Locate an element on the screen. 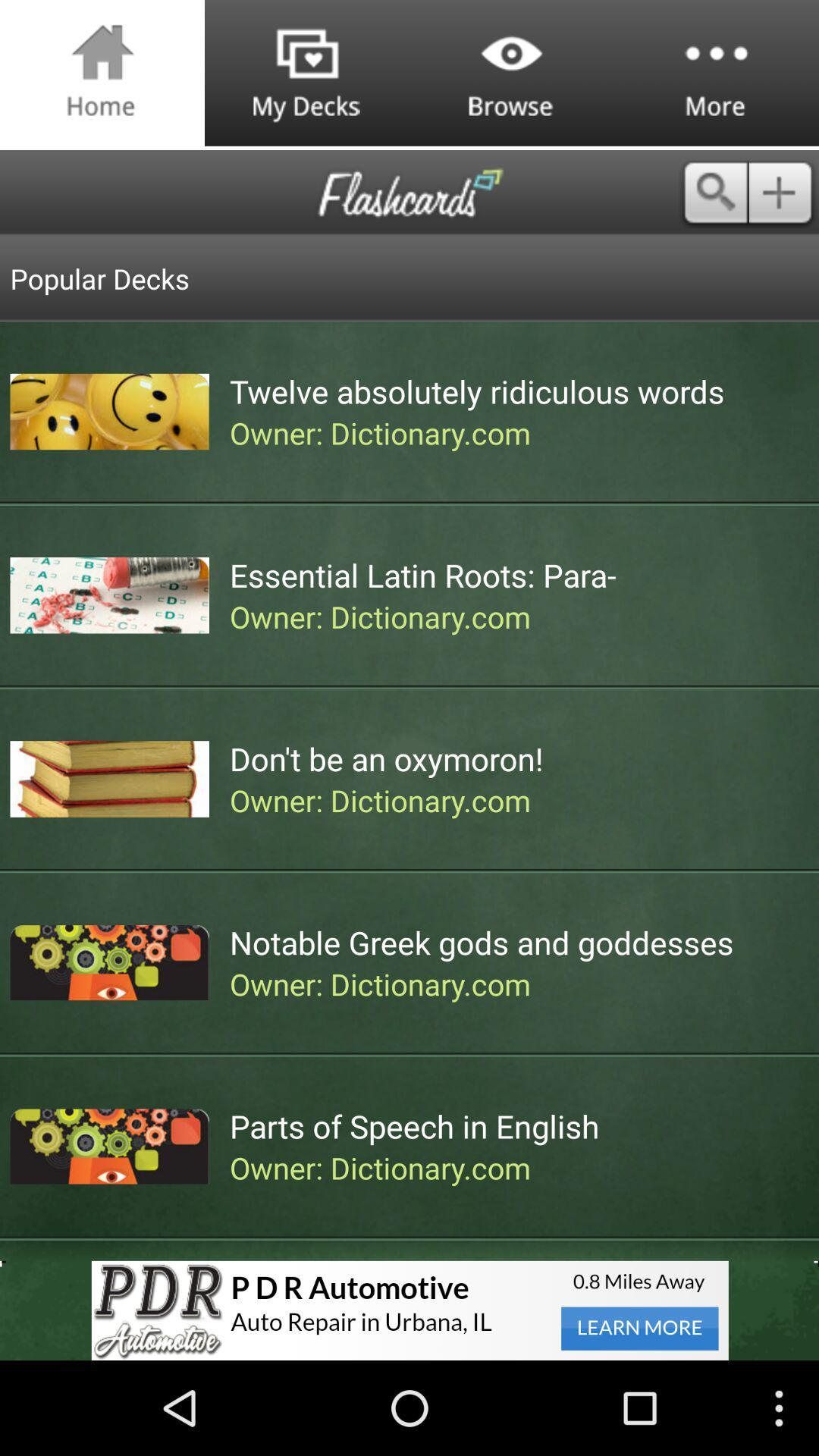 This screenshot has width=819, height=1456. search is located at coordinates (714, 192).